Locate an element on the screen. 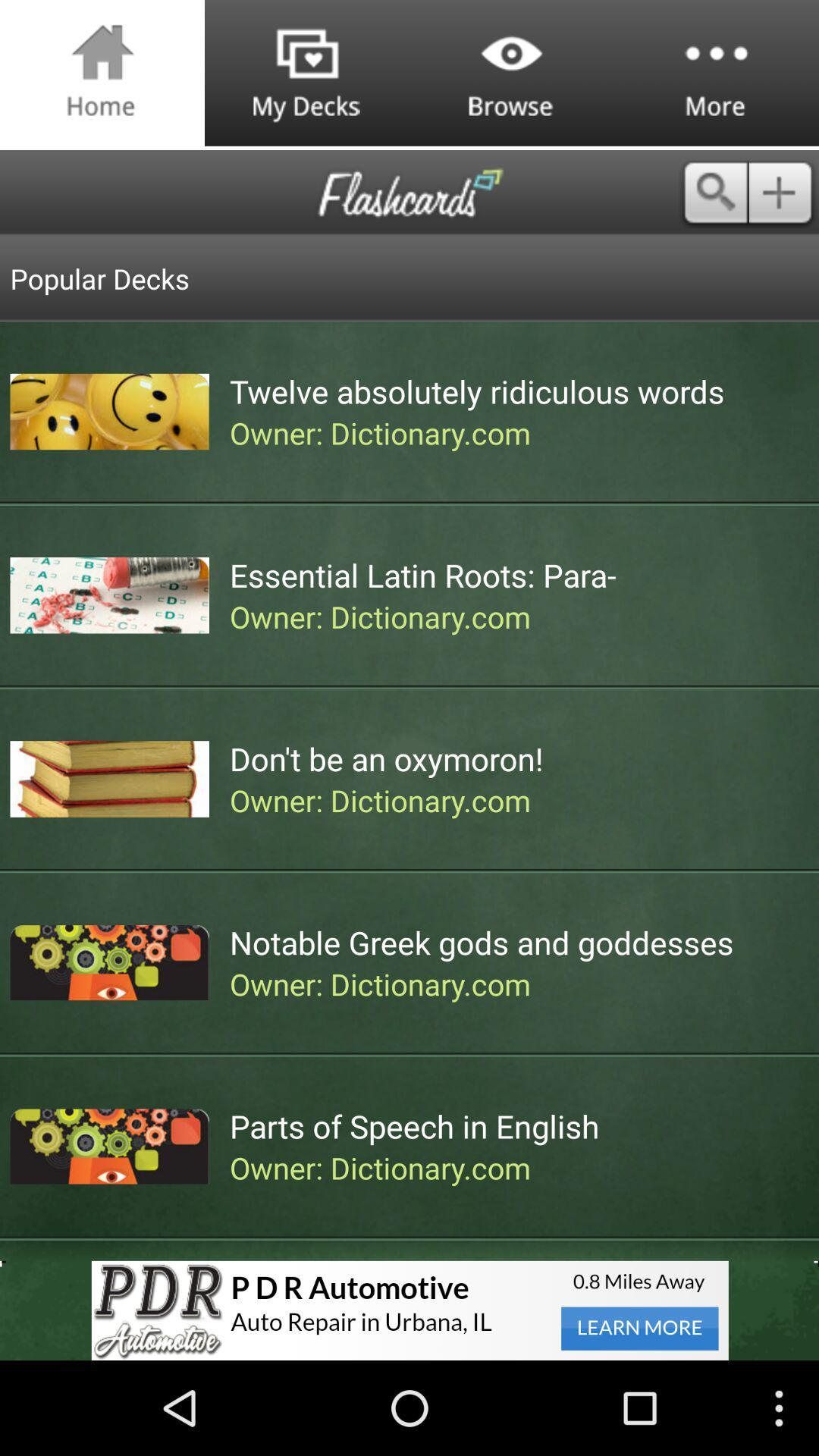 This screenshot has width=819, height=1456. search is located at coordinates (714, 192).